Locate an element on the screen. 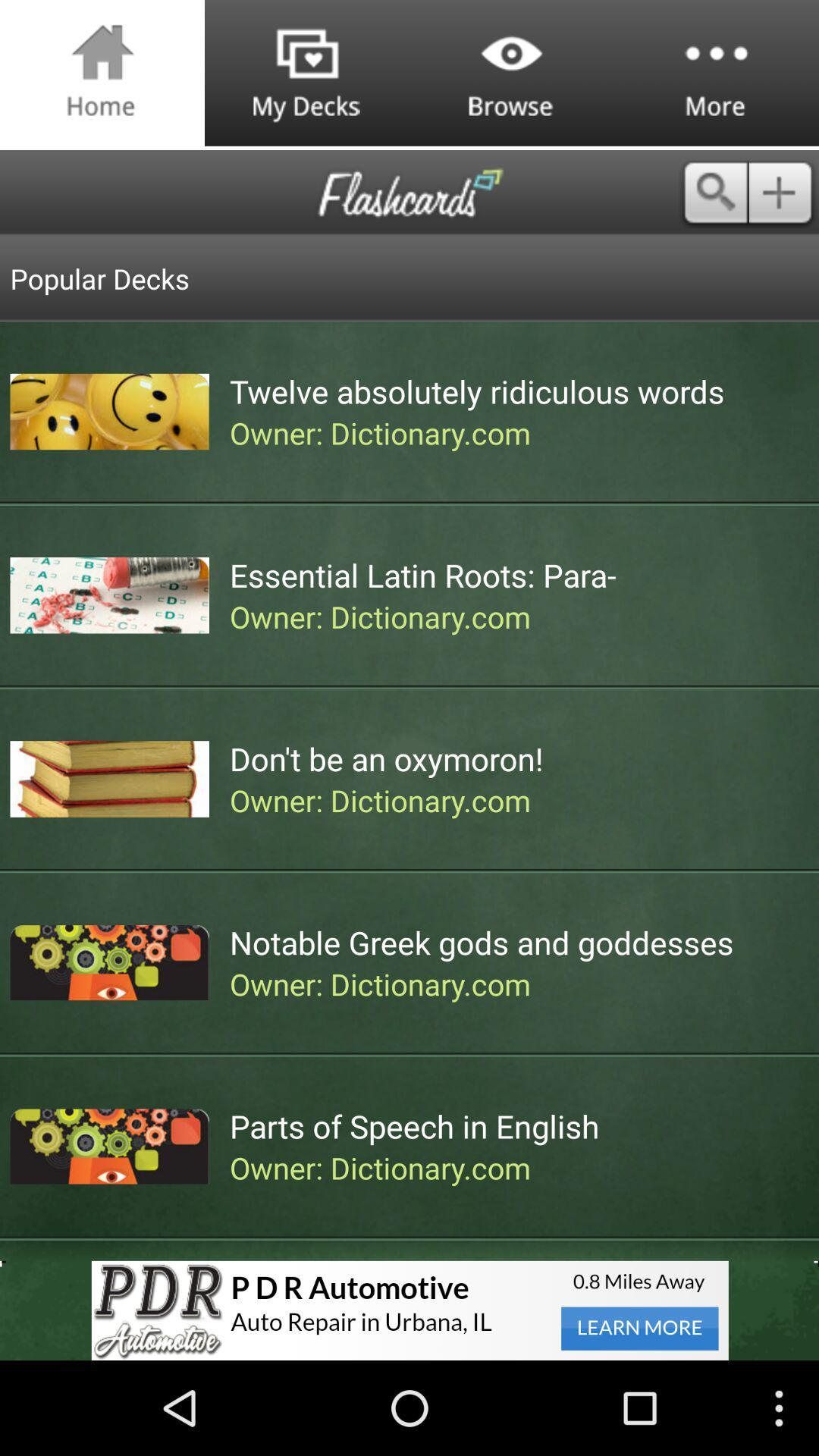 This screenshot has width=819, height=1456. search is located at coordinates (714, 192).